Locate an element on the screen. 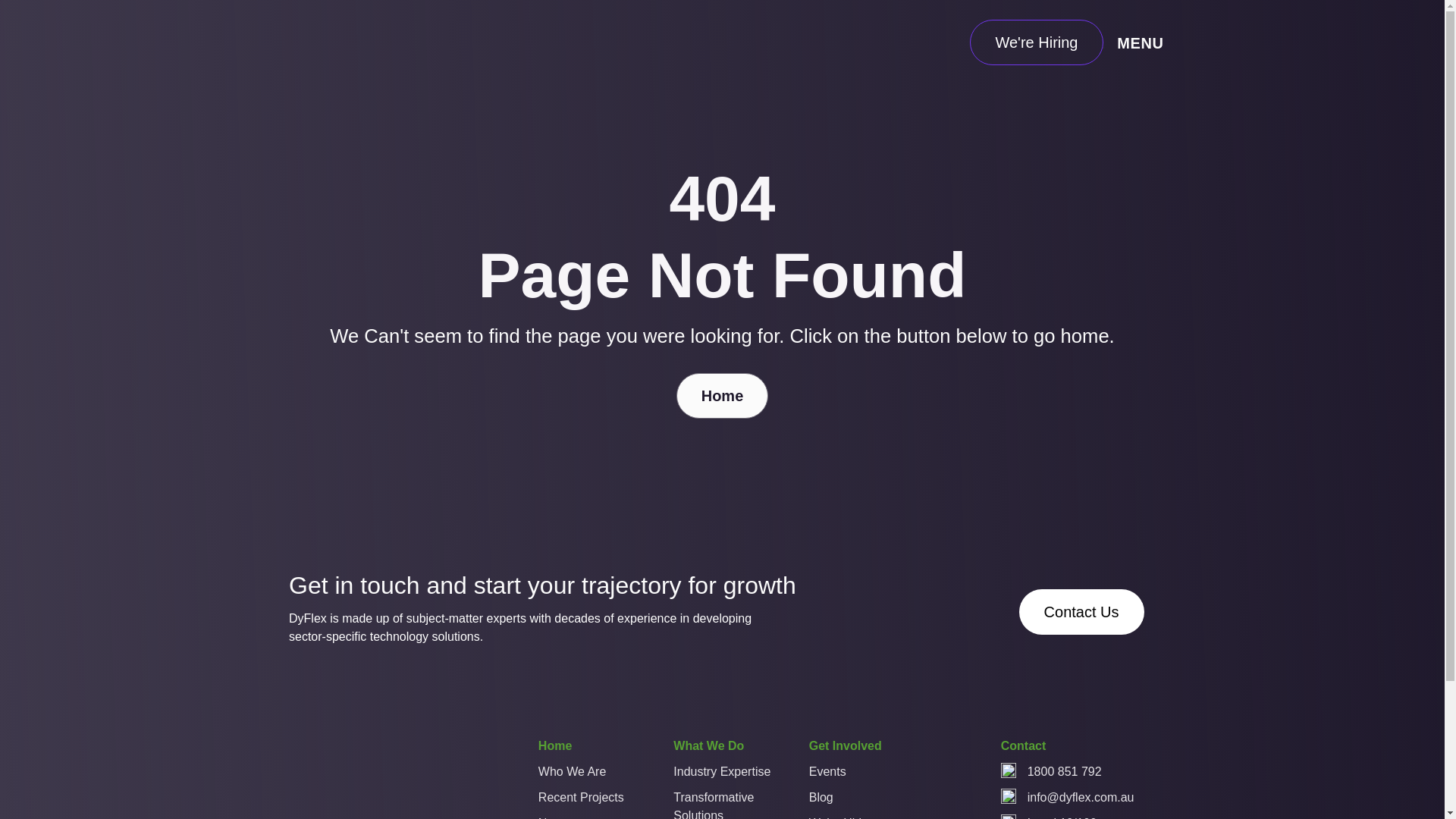  'Home' is located at coordinates (554, 748).